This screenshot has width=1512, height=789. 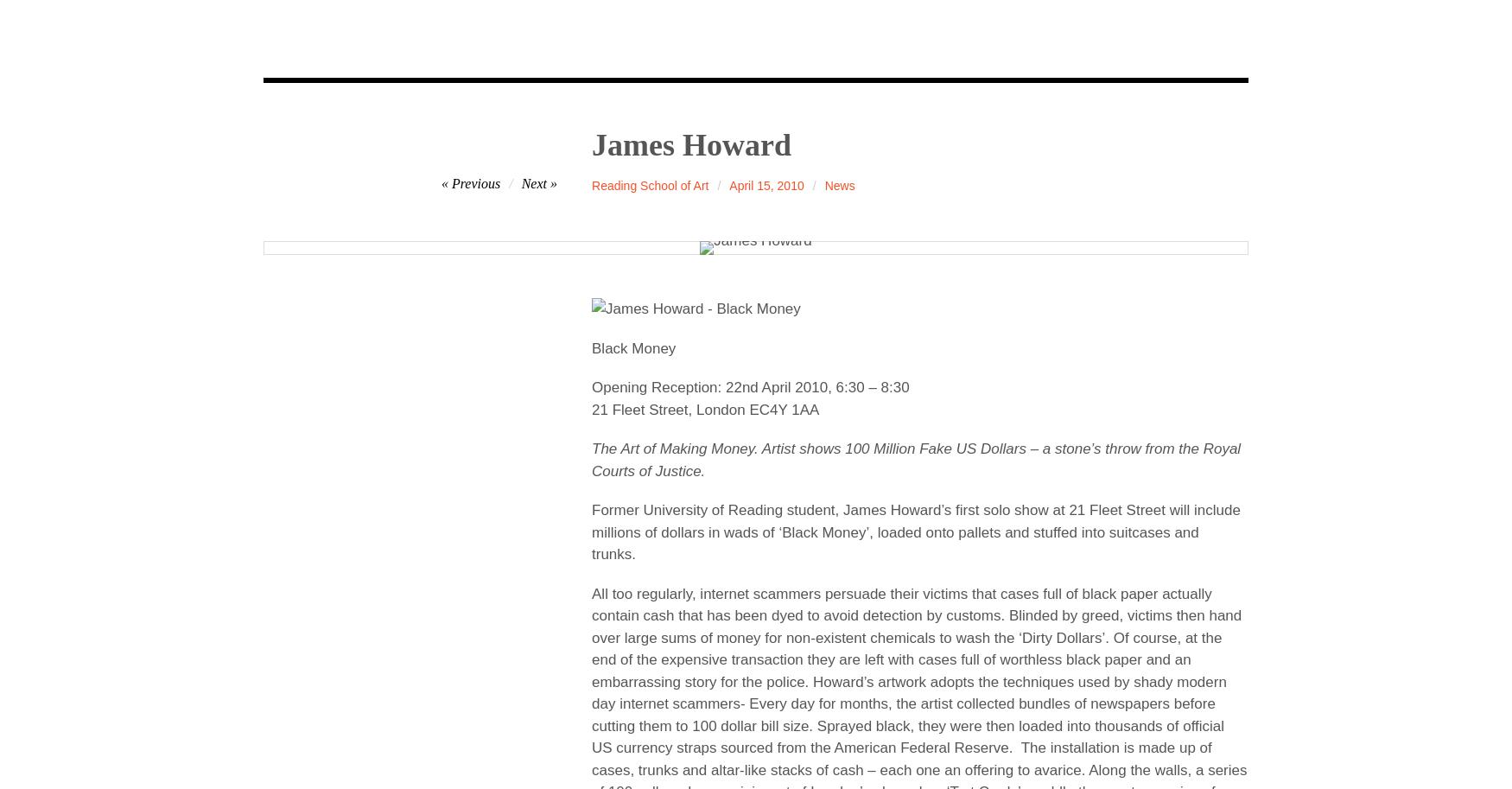 I want to click on '21 Fleet Street, London EC4Y 1AA', so click(x=705, y=408).